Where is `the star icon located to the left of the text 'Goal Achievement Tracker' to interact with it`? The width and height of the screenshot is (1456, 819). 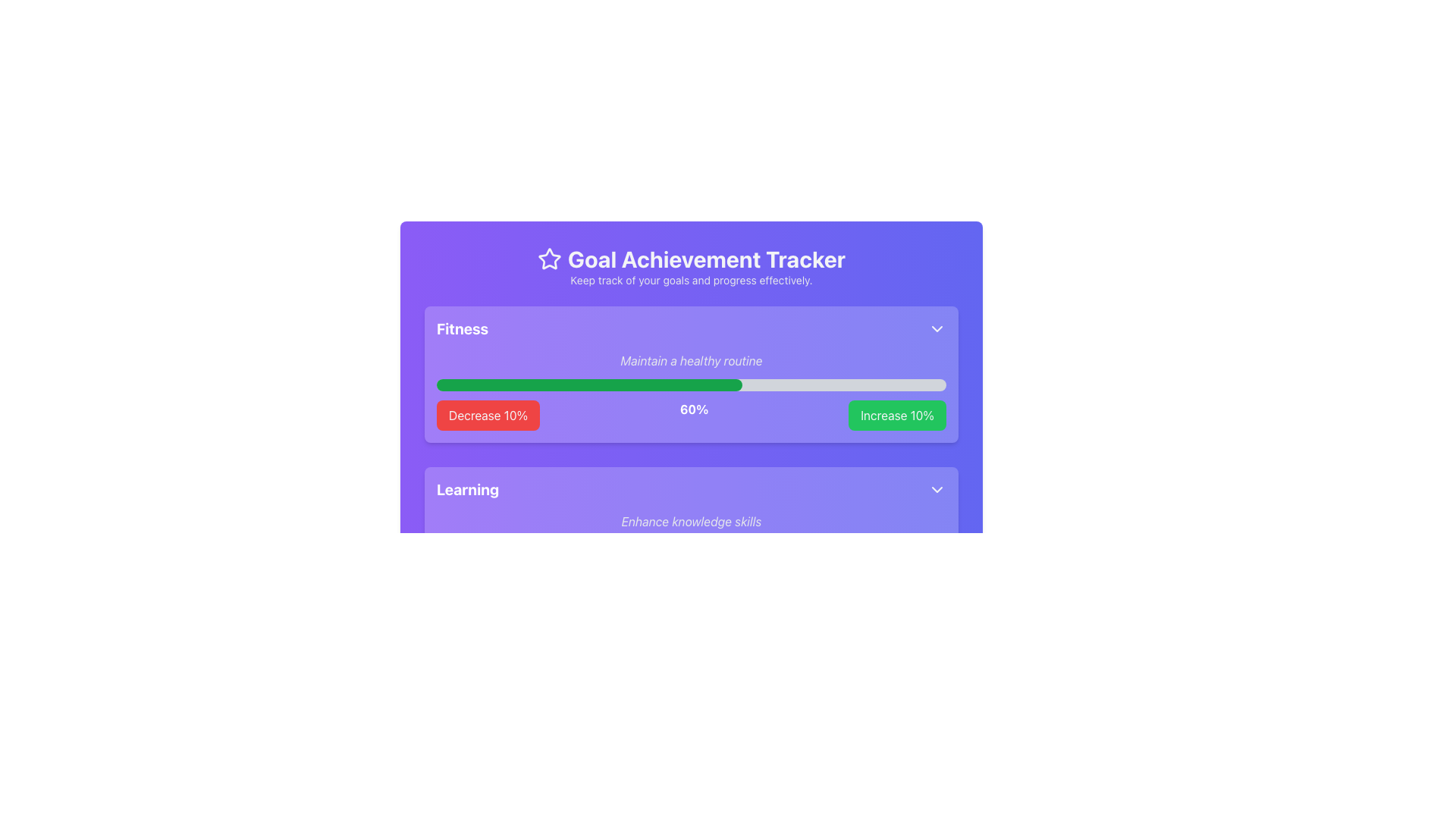
the star icon located to the left of the text 'Goal Achievement Tracker' to interact with it is located at coordinates (548, 259).